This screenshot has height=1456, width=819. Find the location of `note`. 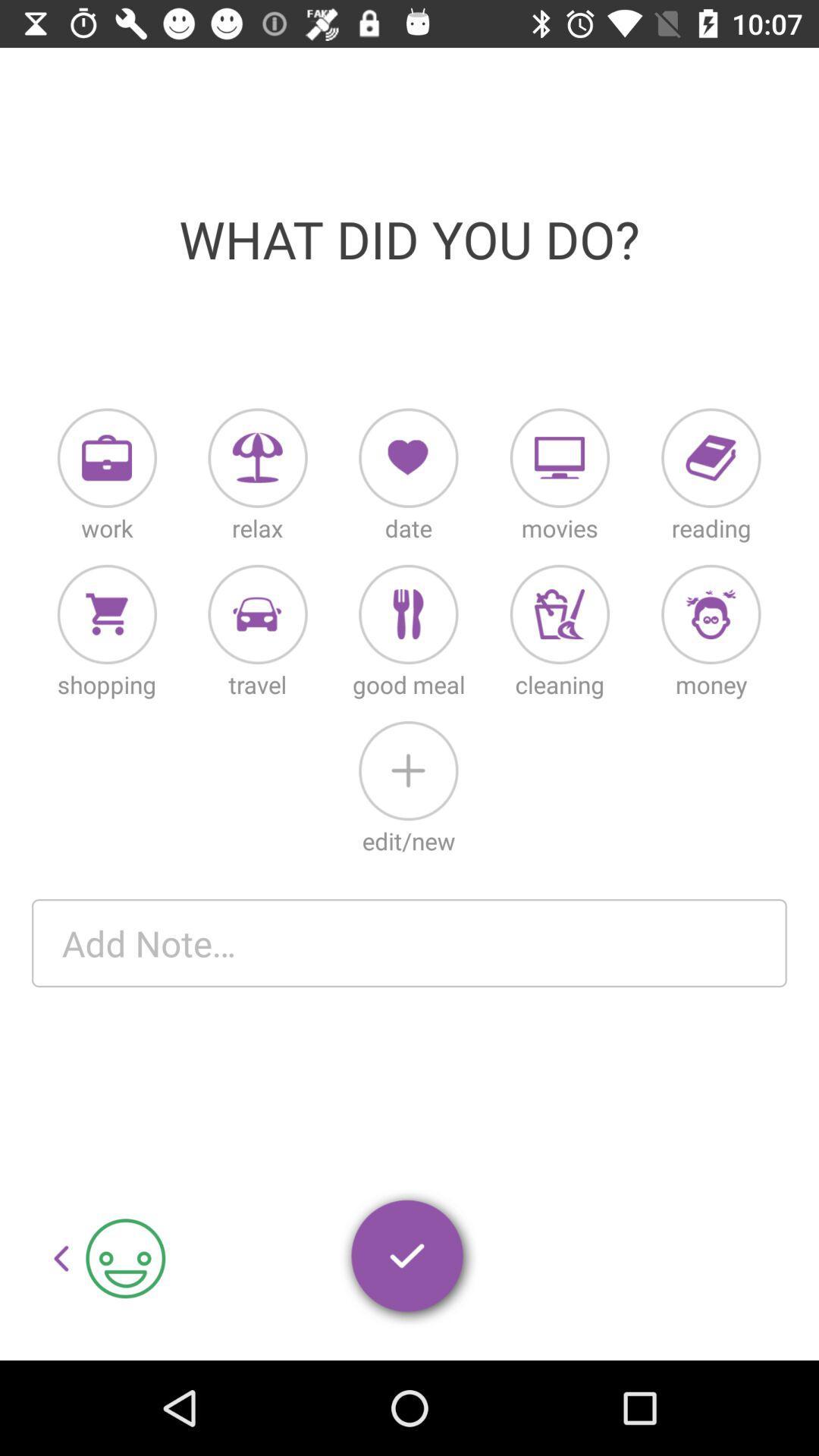

note is located at coordinates (409, 942).